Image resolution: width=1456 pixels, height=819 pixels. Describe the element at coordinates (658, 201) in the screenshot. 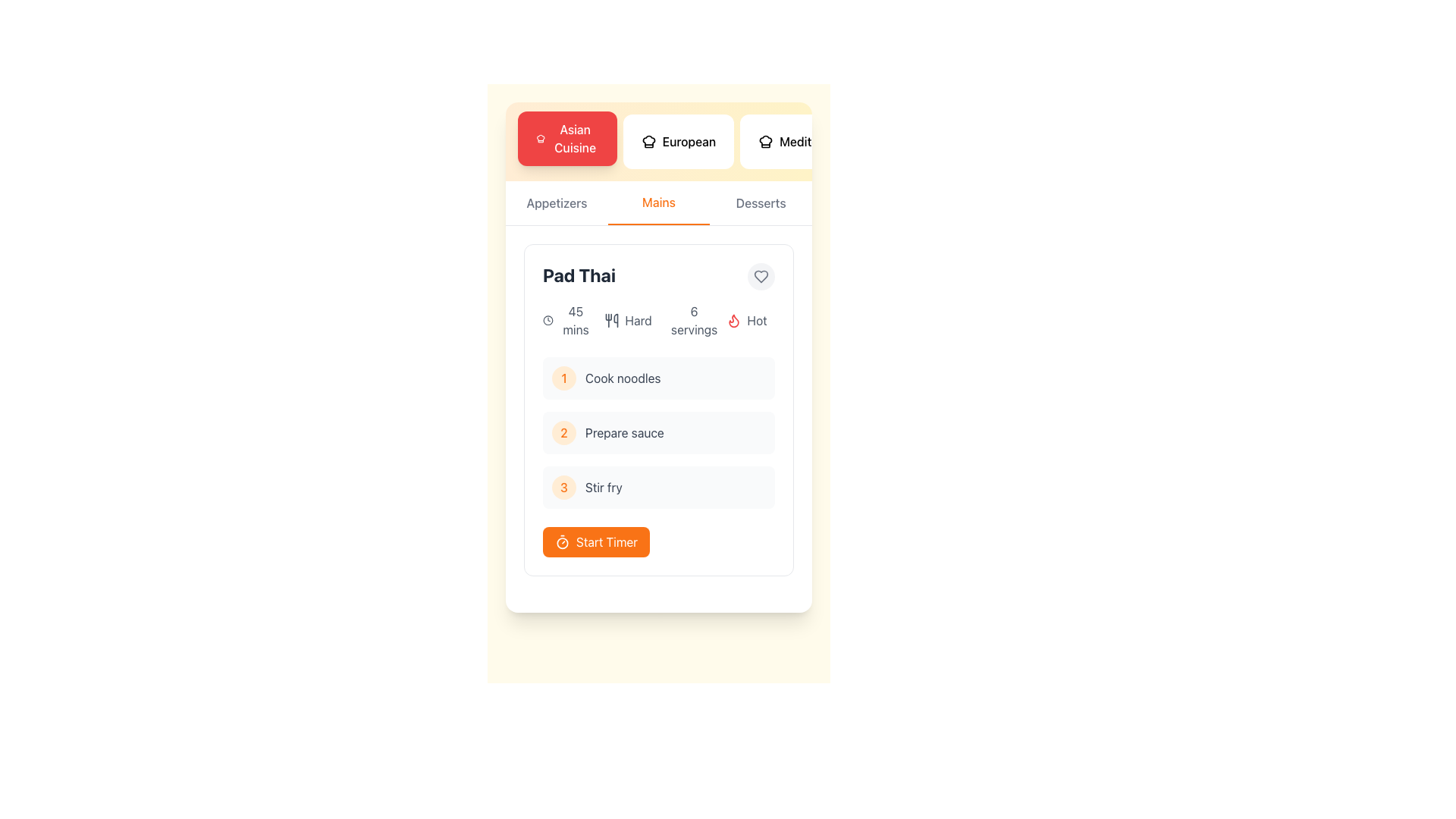

I see `text of the active navigation tab labeled 'Mains', which is highlighted in vibrant orange and underlined, indicating it is currently selected` at that location.